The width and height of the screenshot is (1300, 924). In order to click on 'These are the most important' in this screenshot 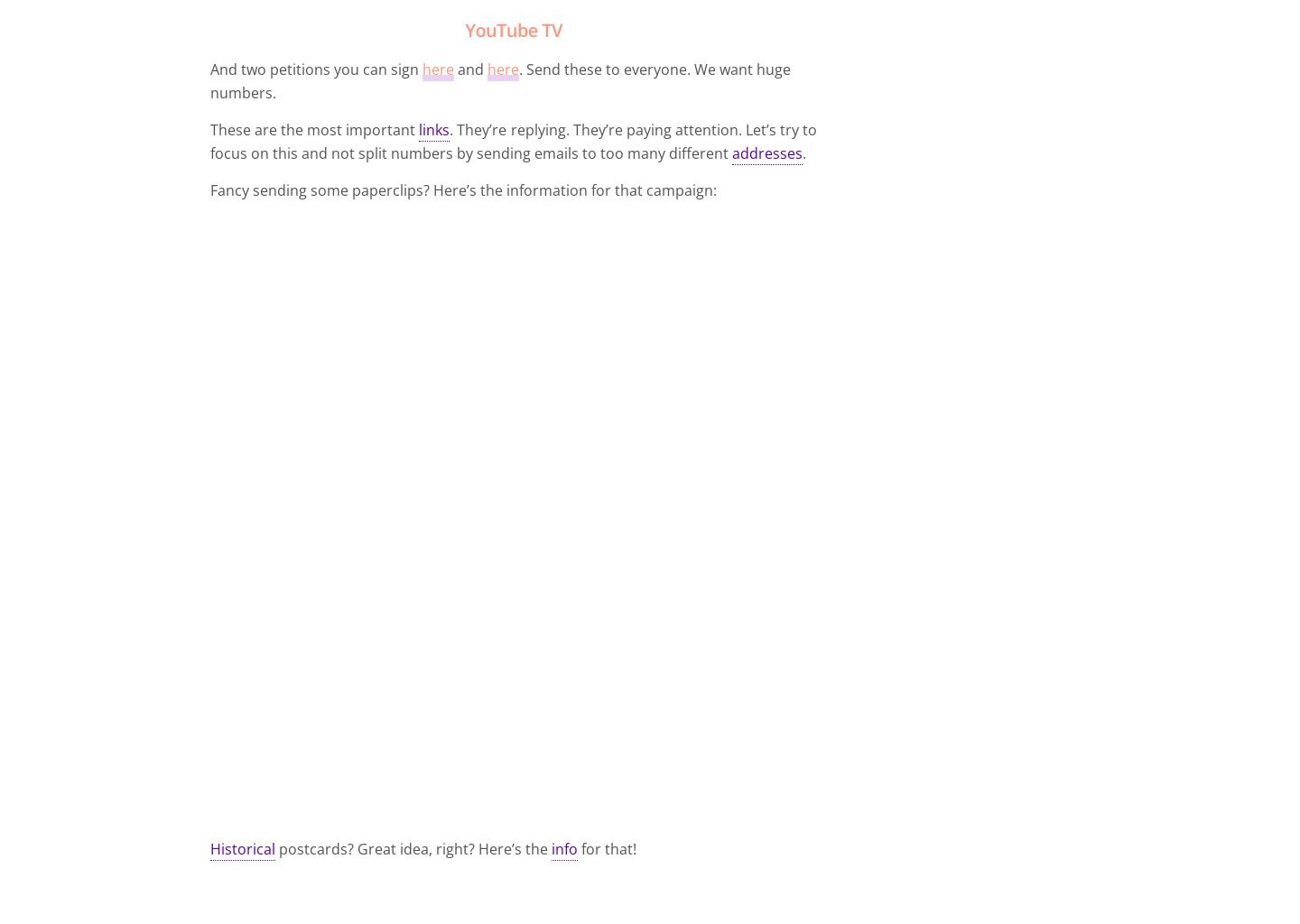, I will do `click(314, 128)`.